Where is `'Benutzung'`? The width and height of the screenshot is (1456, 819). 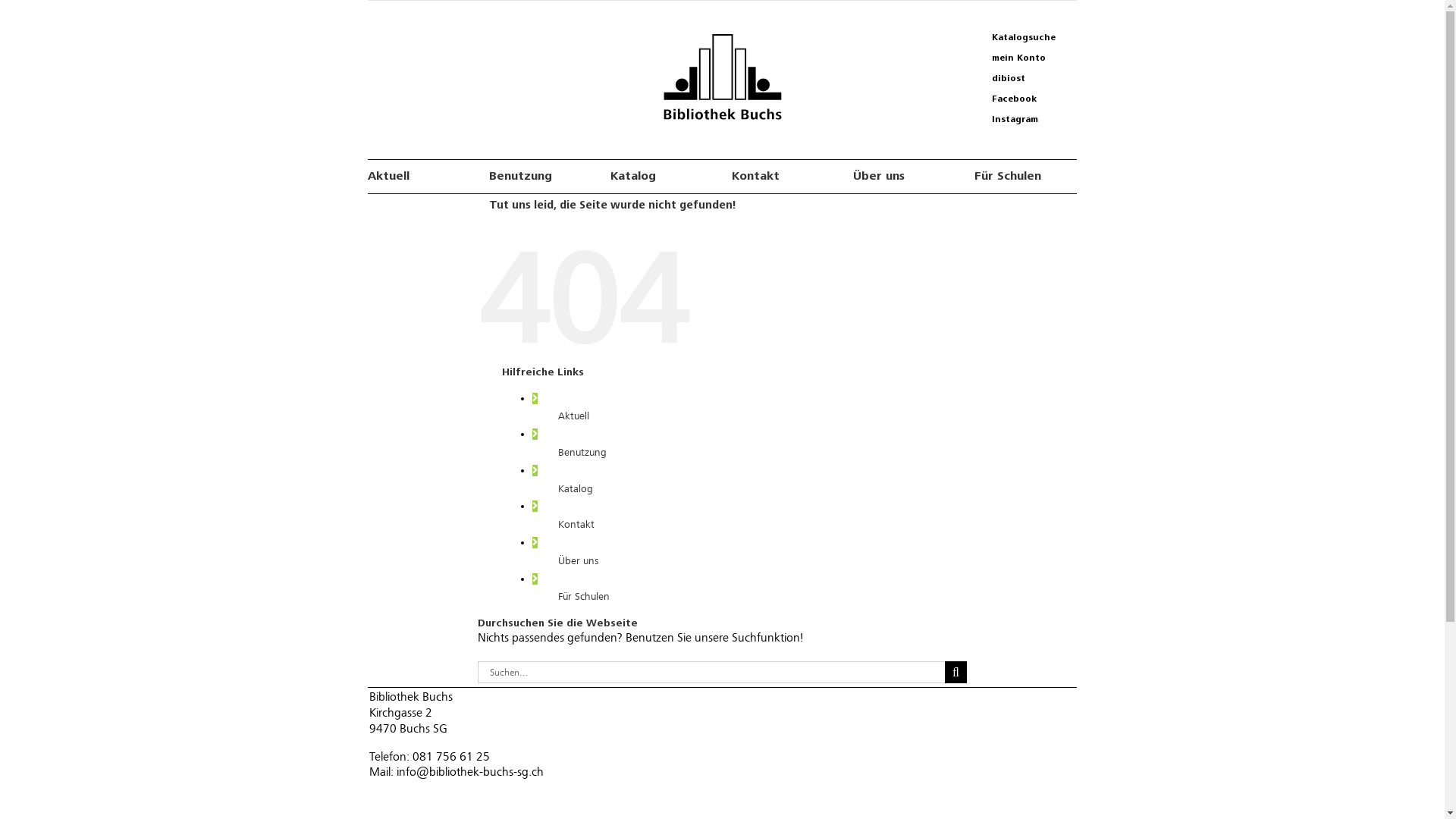 'Benutzung' is located at coordinates (540, 175).